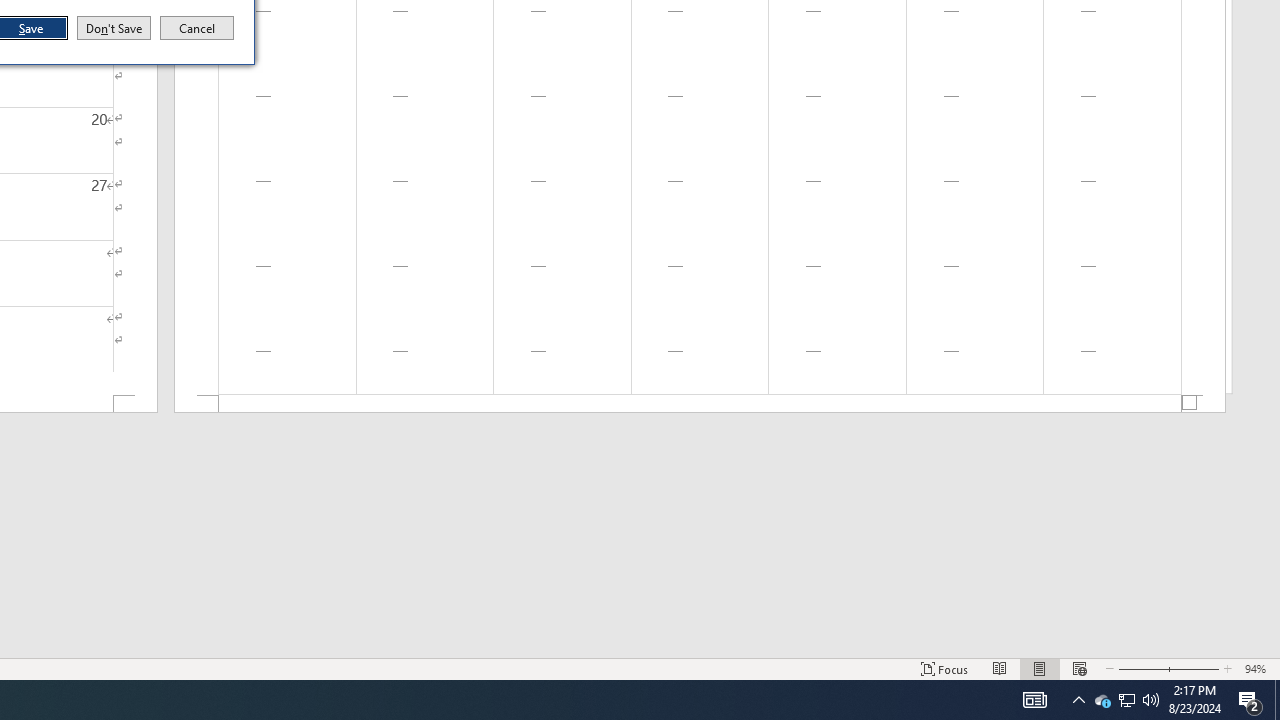 This screenshot has width=1280, height=720. Describe the element at coordinates (112, 28) in the screenshot. I see `'Don'` at that location.